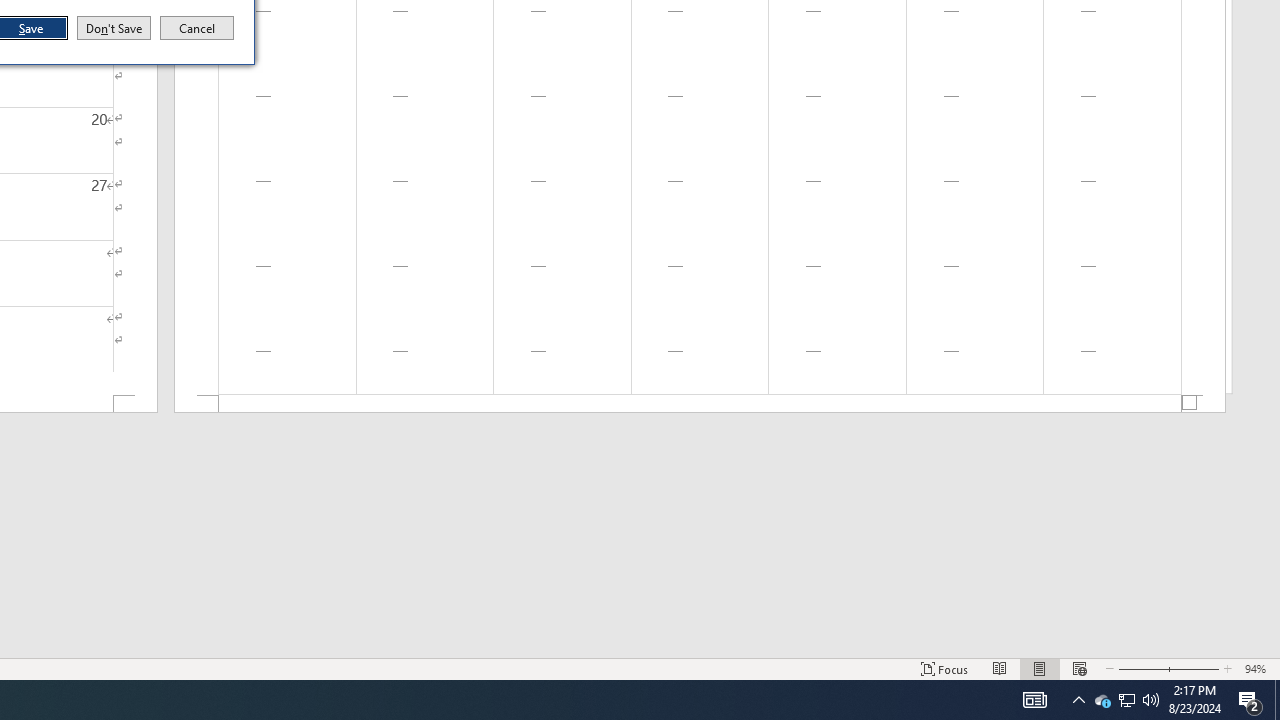 This screenshot has width=1280, height=720. Describe the element at coordinates (112, 28) in the screenshot. I see `'Don'` at that location.